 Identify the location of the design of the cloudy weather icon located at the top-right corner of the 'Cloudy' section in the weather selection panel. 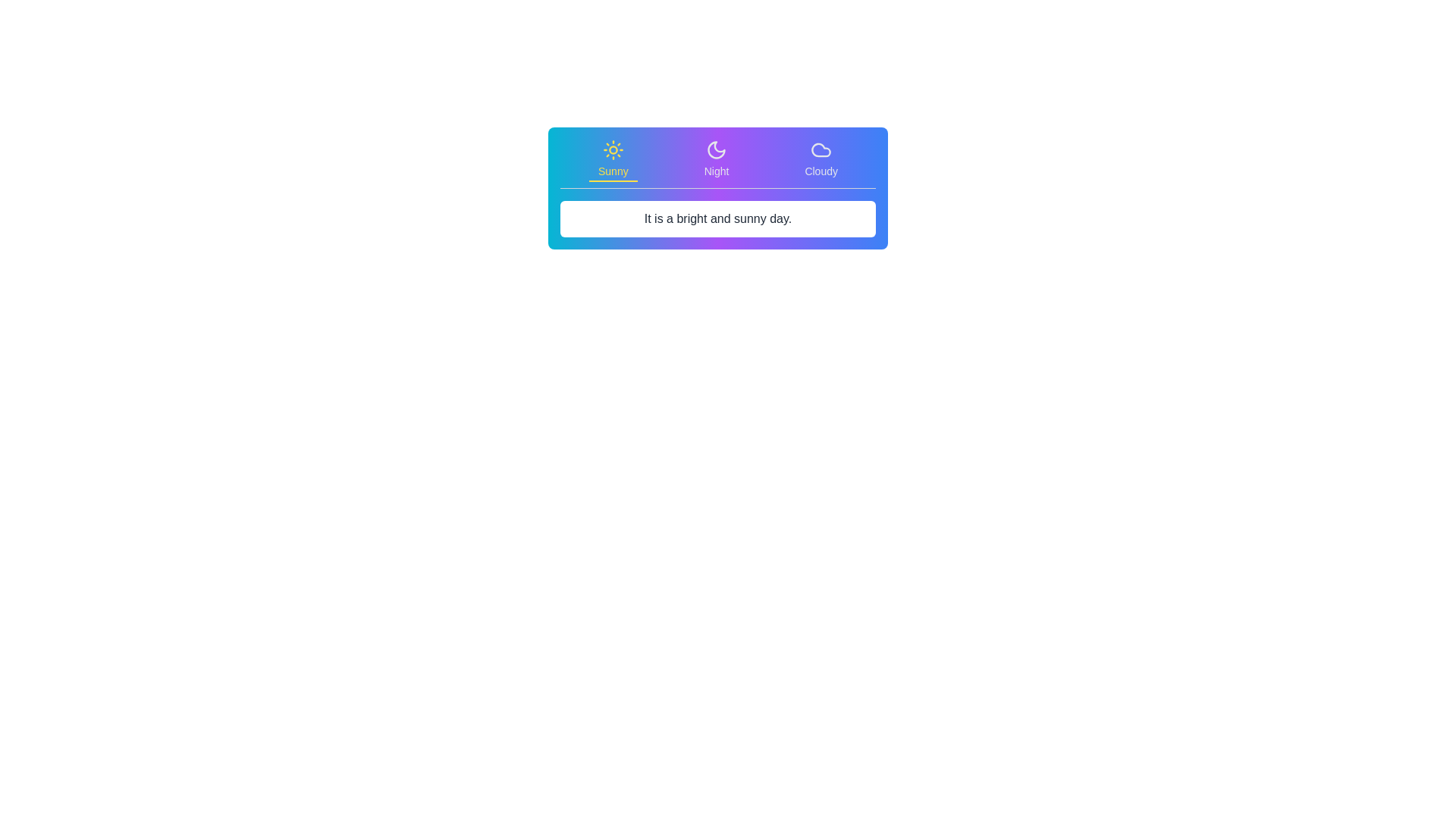
(821, 149).